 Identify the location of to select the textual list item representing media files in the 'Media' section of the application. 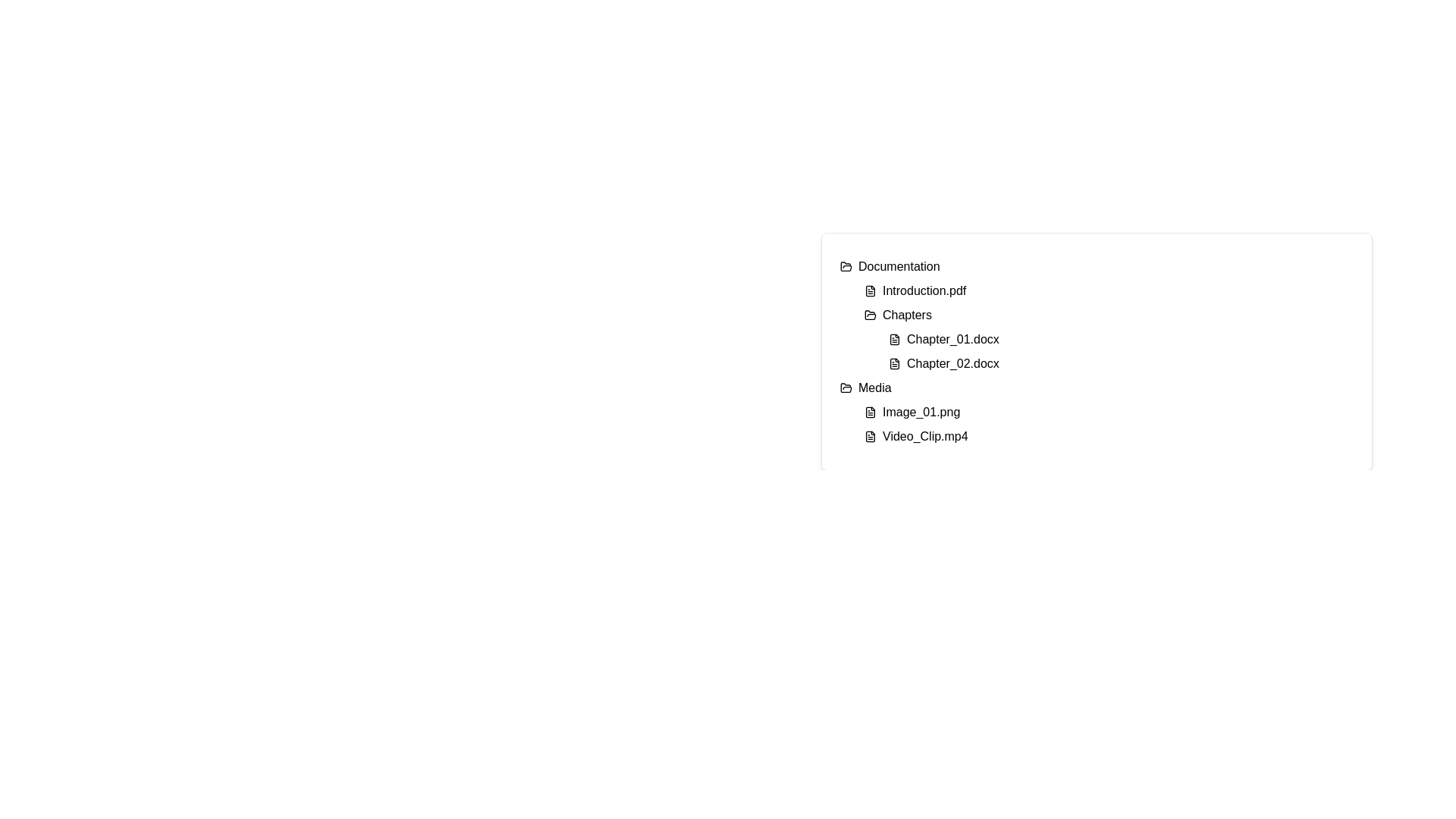
(1097, 412).